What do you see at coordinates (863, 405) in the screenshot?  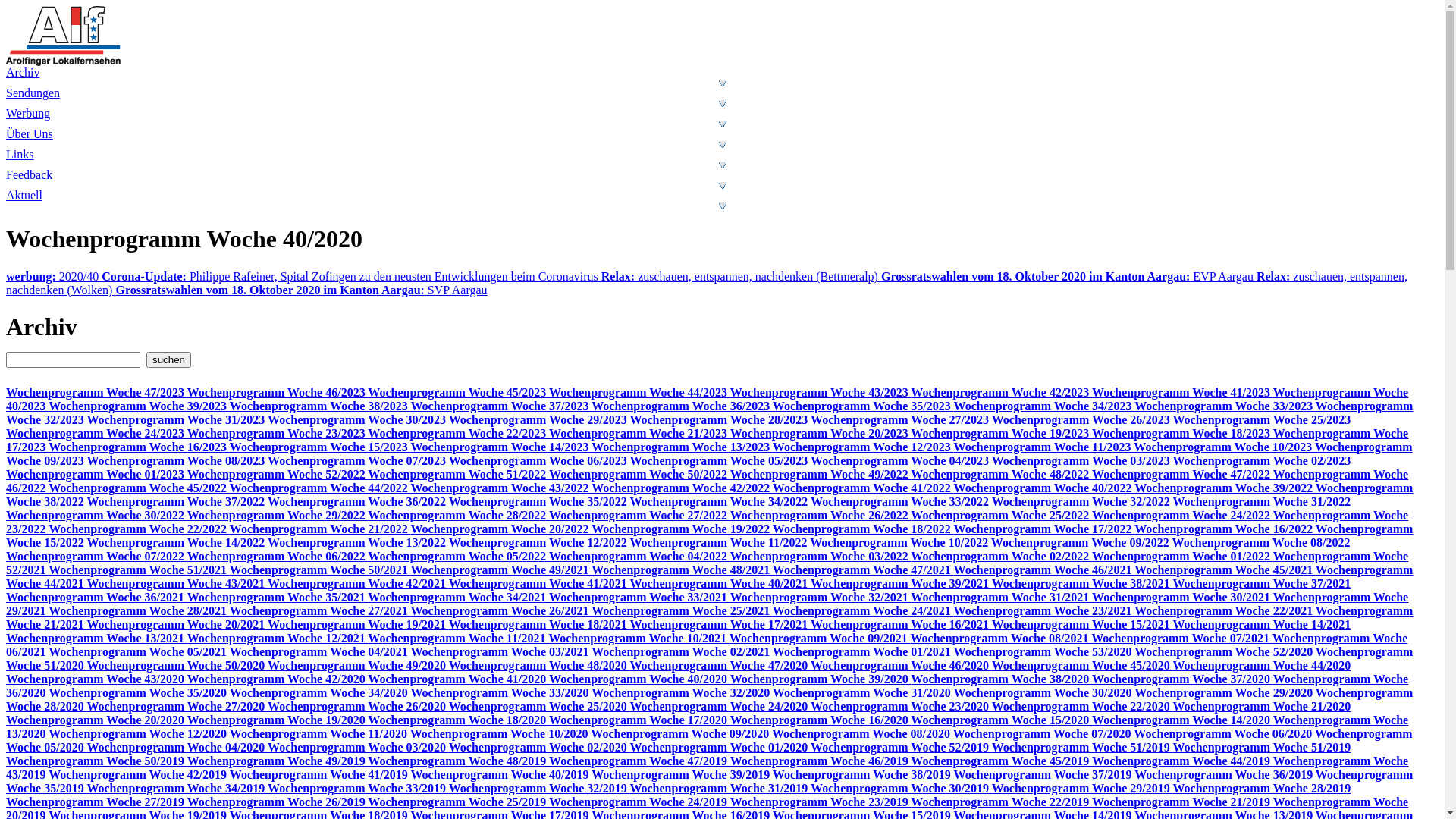 I see `'Wochenprogramm Woche 35/2023'` at bounding box center [863, 405].